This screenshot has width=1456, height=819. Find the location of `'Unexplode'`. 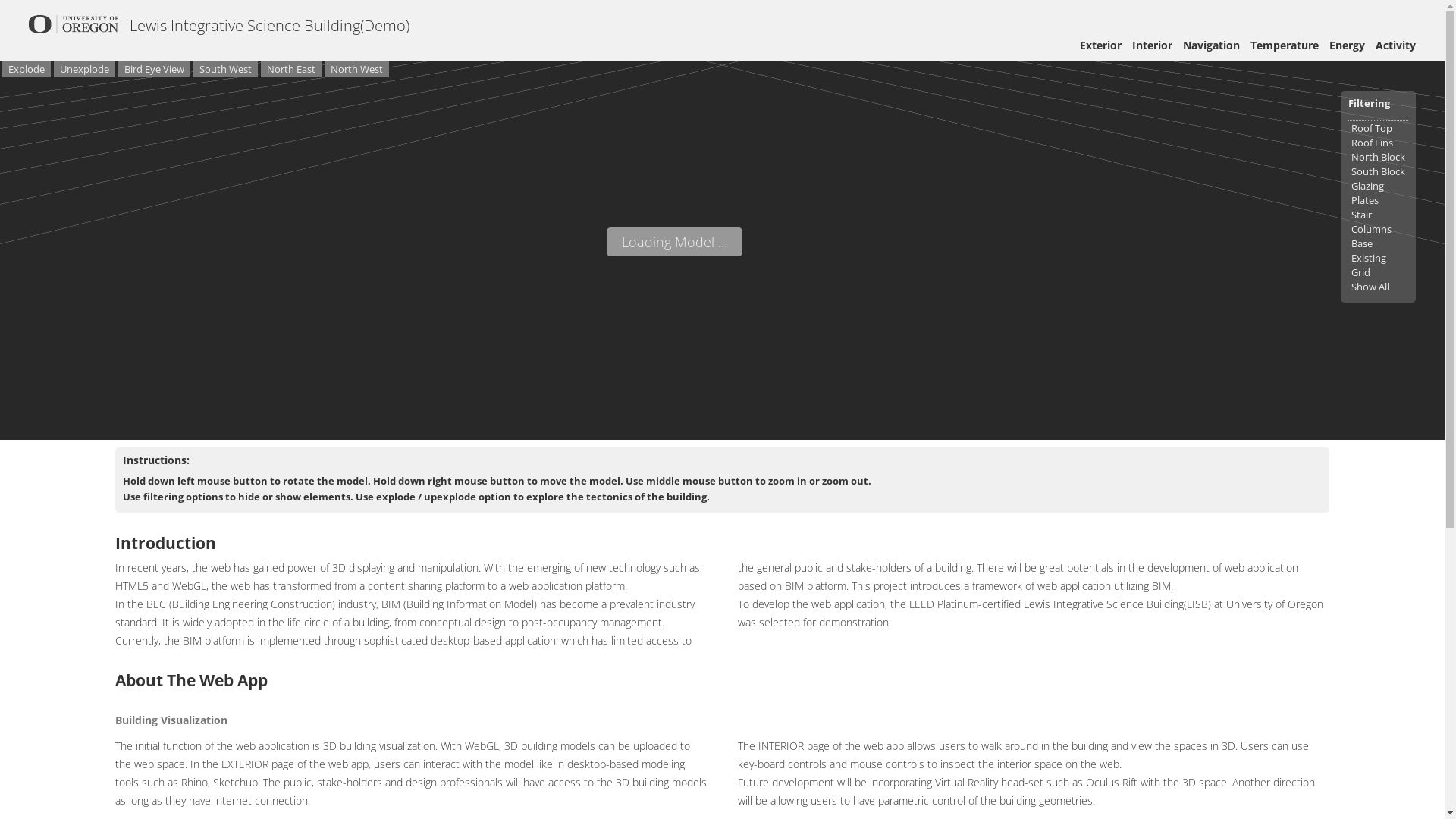

'Unexplode' is located at coordinates (83, 69).